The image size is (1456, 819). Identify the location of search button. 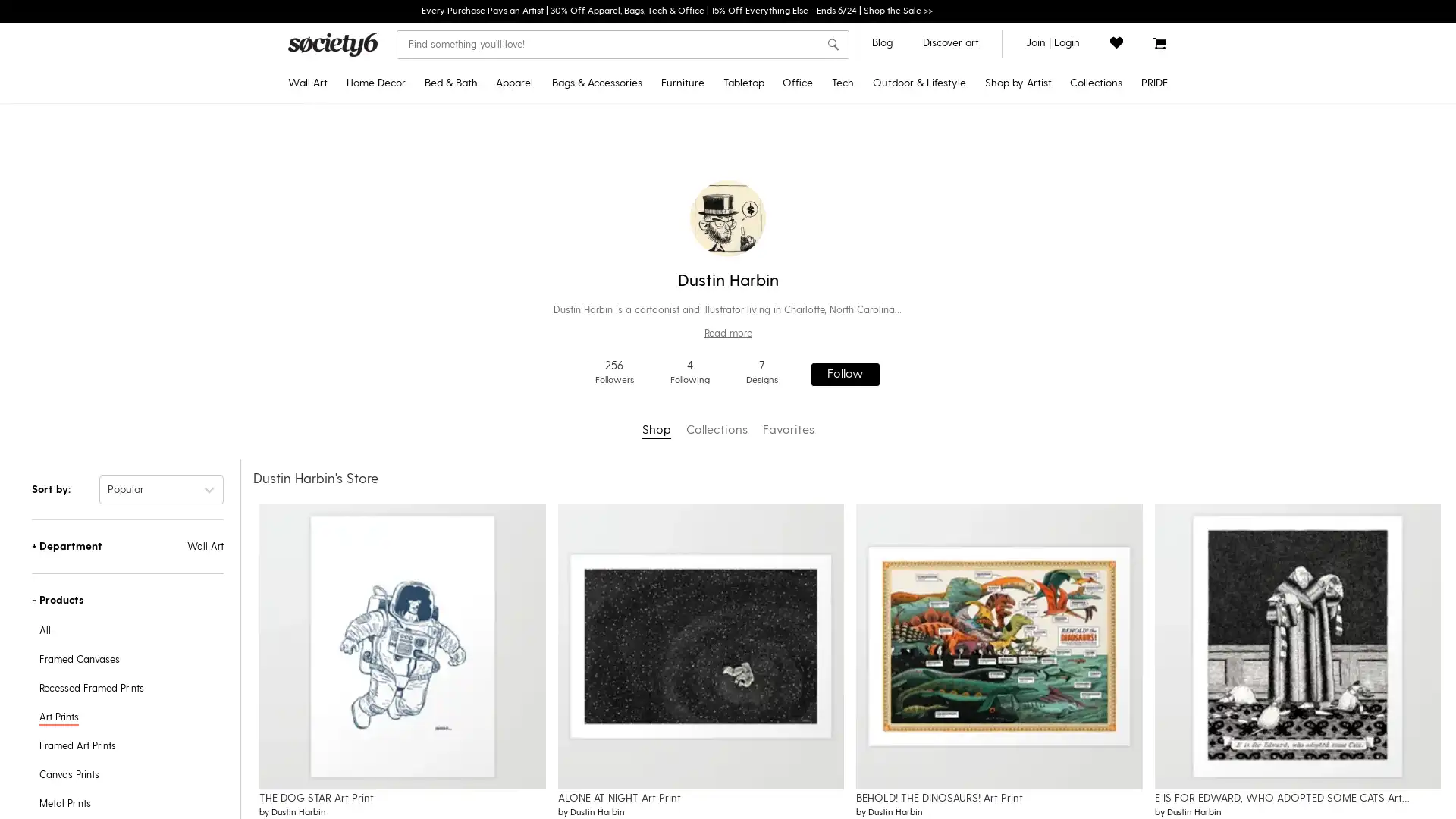
(832, 45).